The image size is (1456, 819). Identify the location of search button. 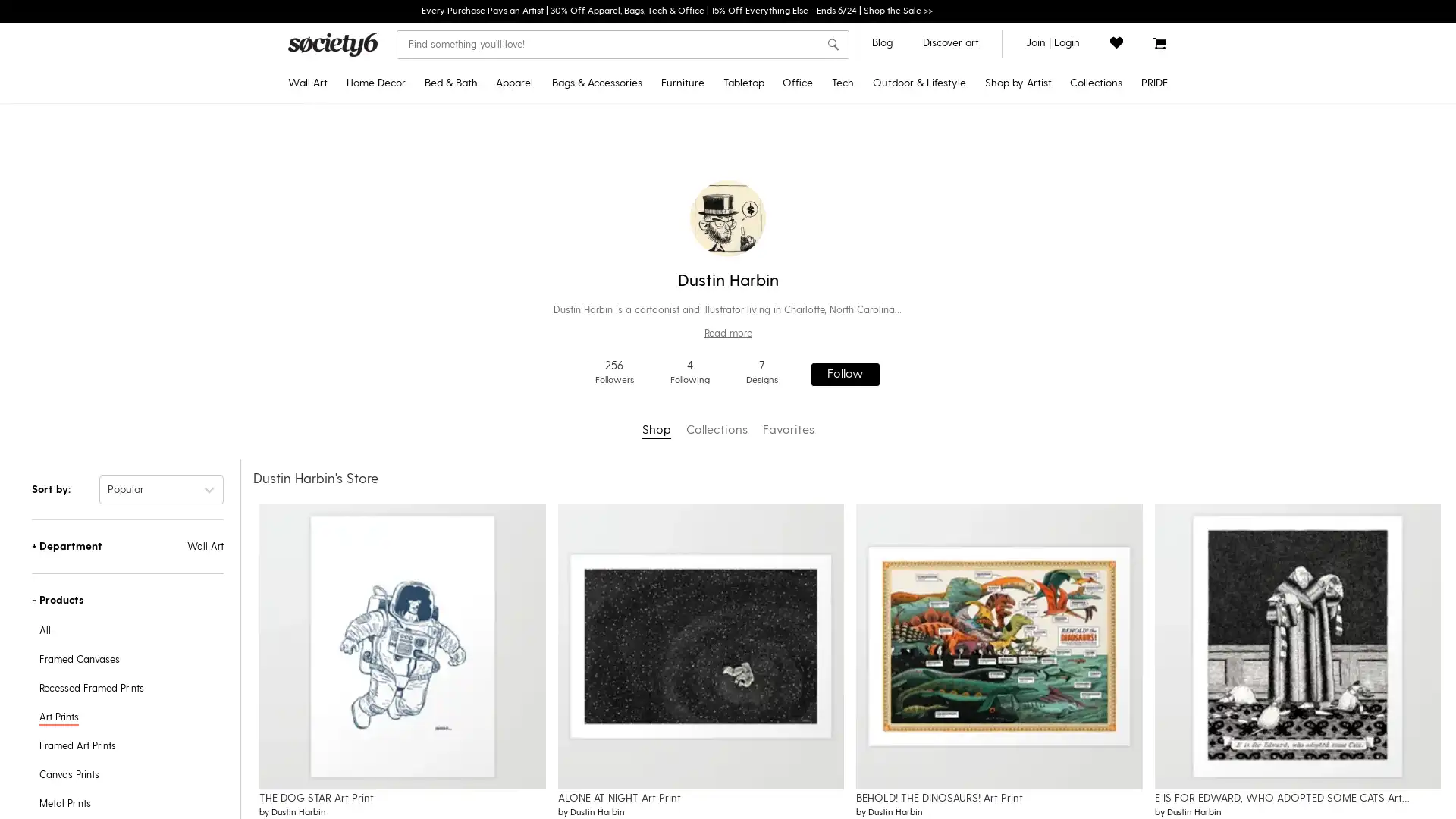
(832, 45).